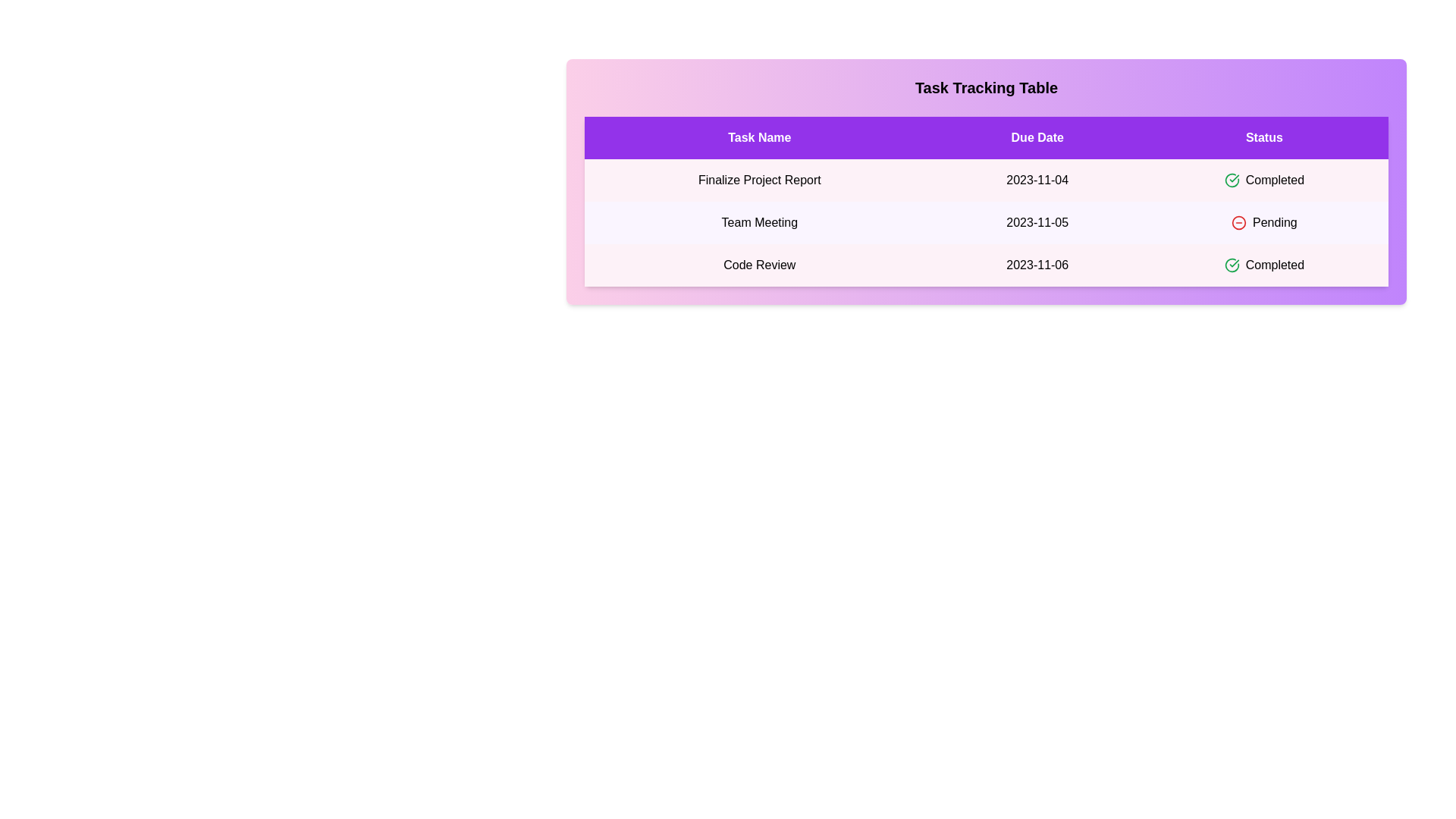  Describe the element at coordinates (1232, 180) in the screenshot. I see `the status icon for the task with status Completed` at that location.